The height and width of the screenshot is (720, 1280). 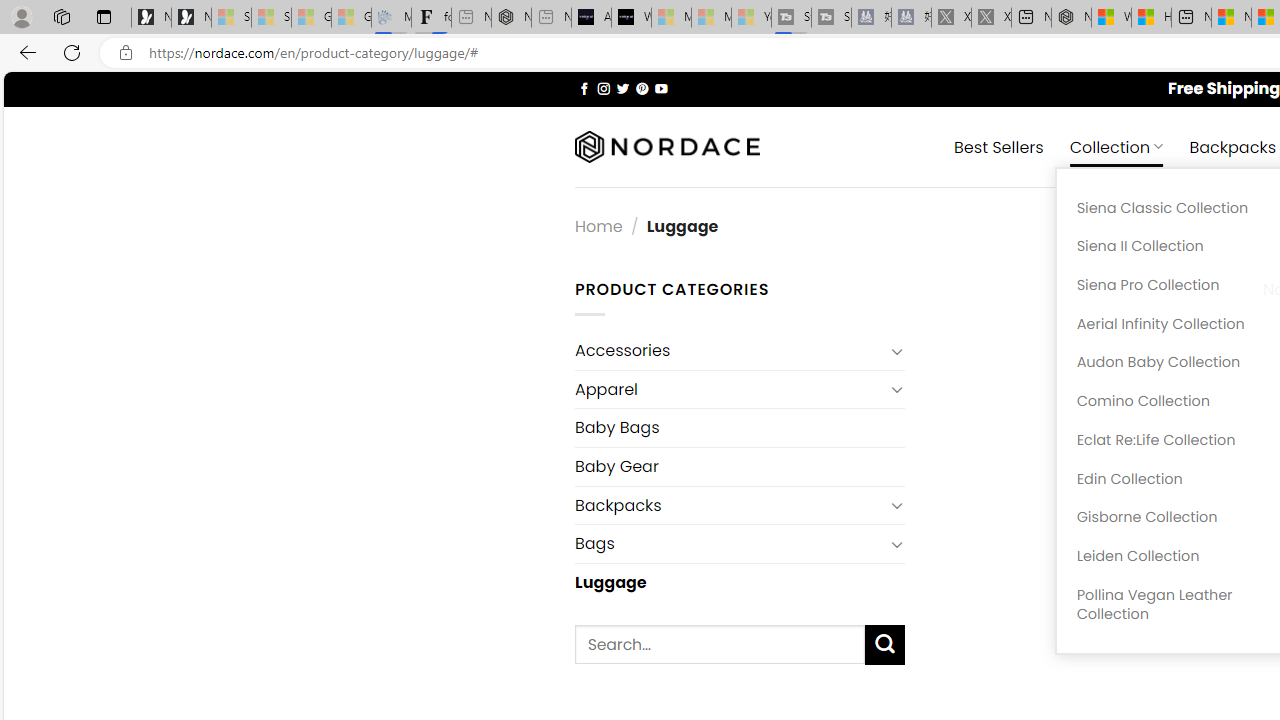 I want to click on 'Streaming Coverage | T3 - Sleeping', so click(x=790, y=17).